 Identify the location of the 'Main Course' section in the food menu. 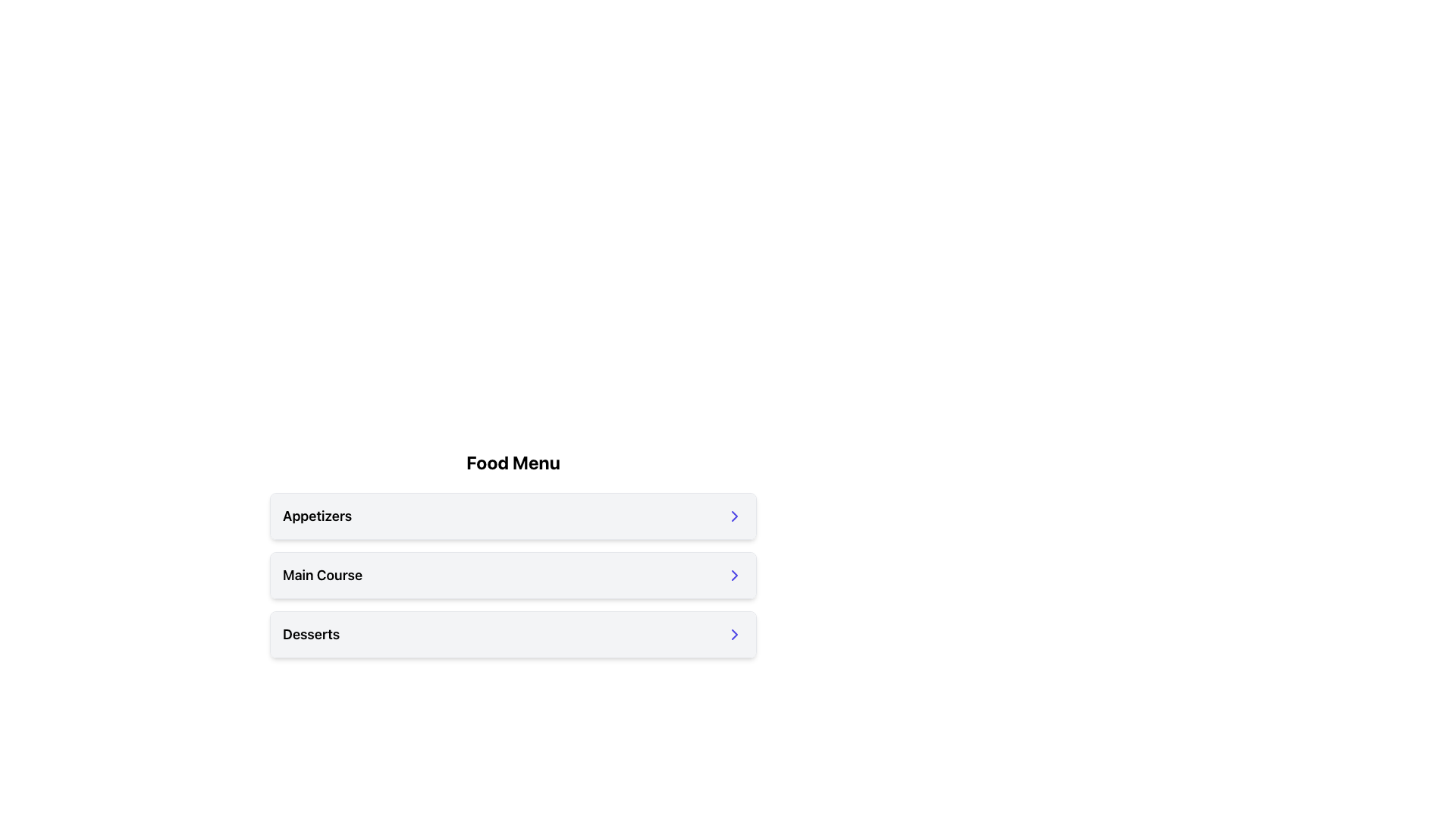
(513, 576).